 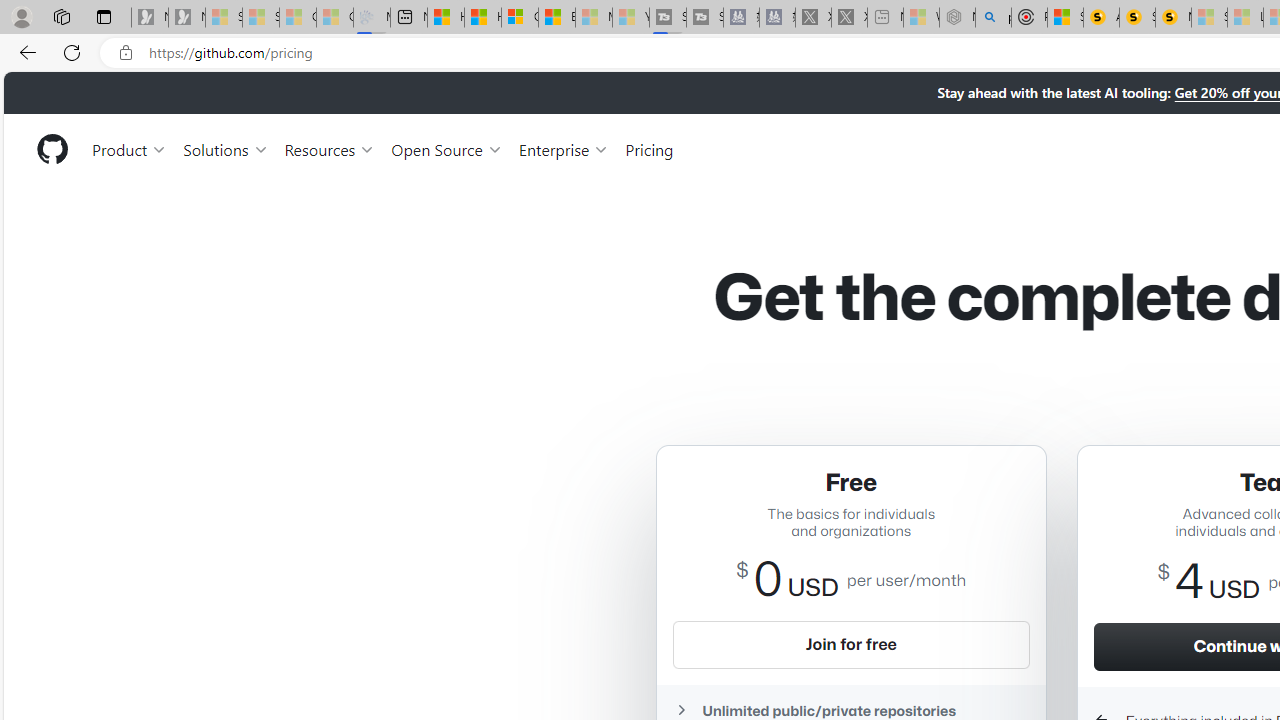 What do you see at coordinates (330, 148) in the screenshot?
I see `'Resources'` at bounding box center [330, 148].